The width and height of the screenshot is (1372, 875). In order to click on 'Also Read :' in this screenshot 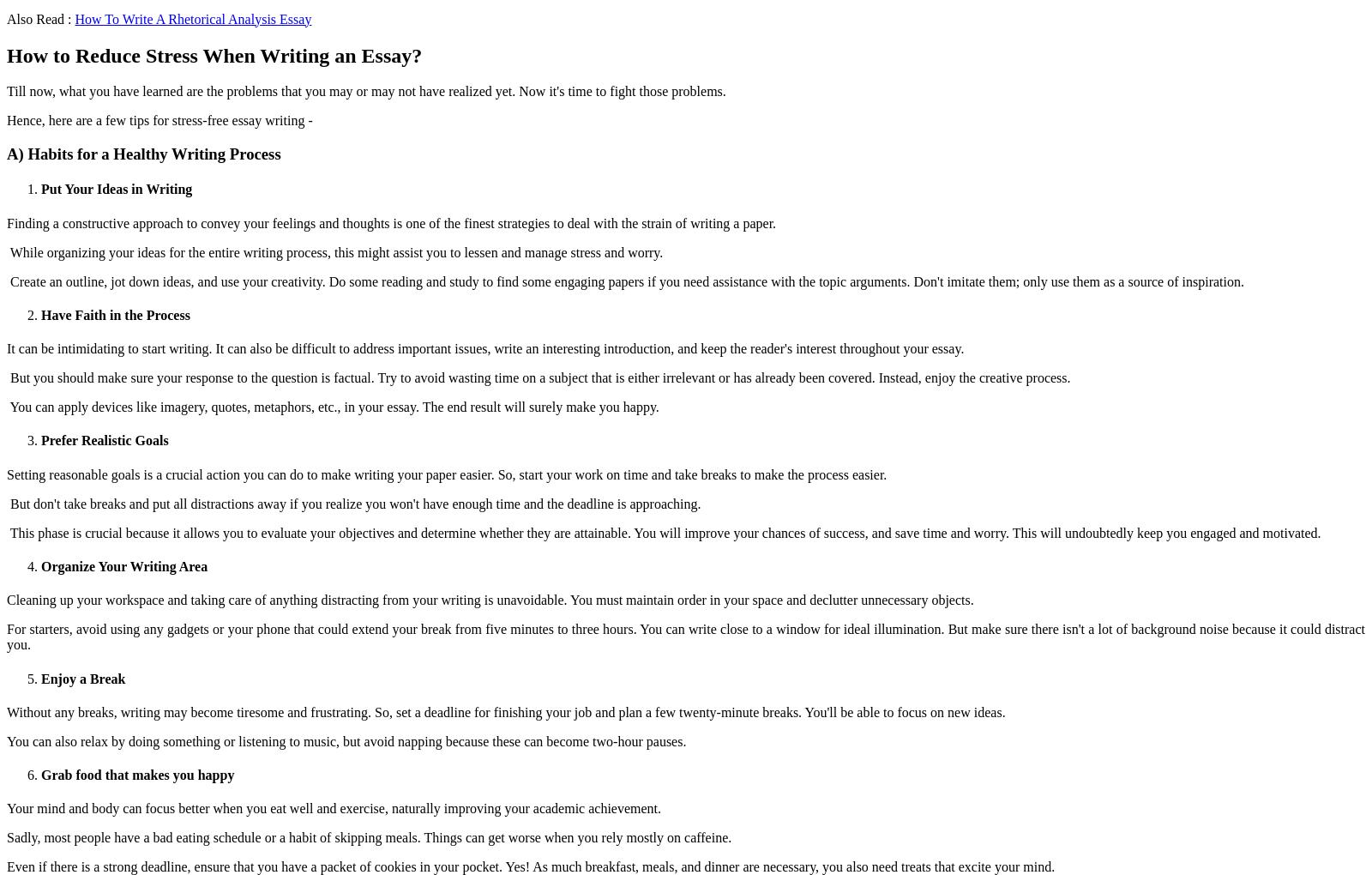, I will do `click(39, 17)`.